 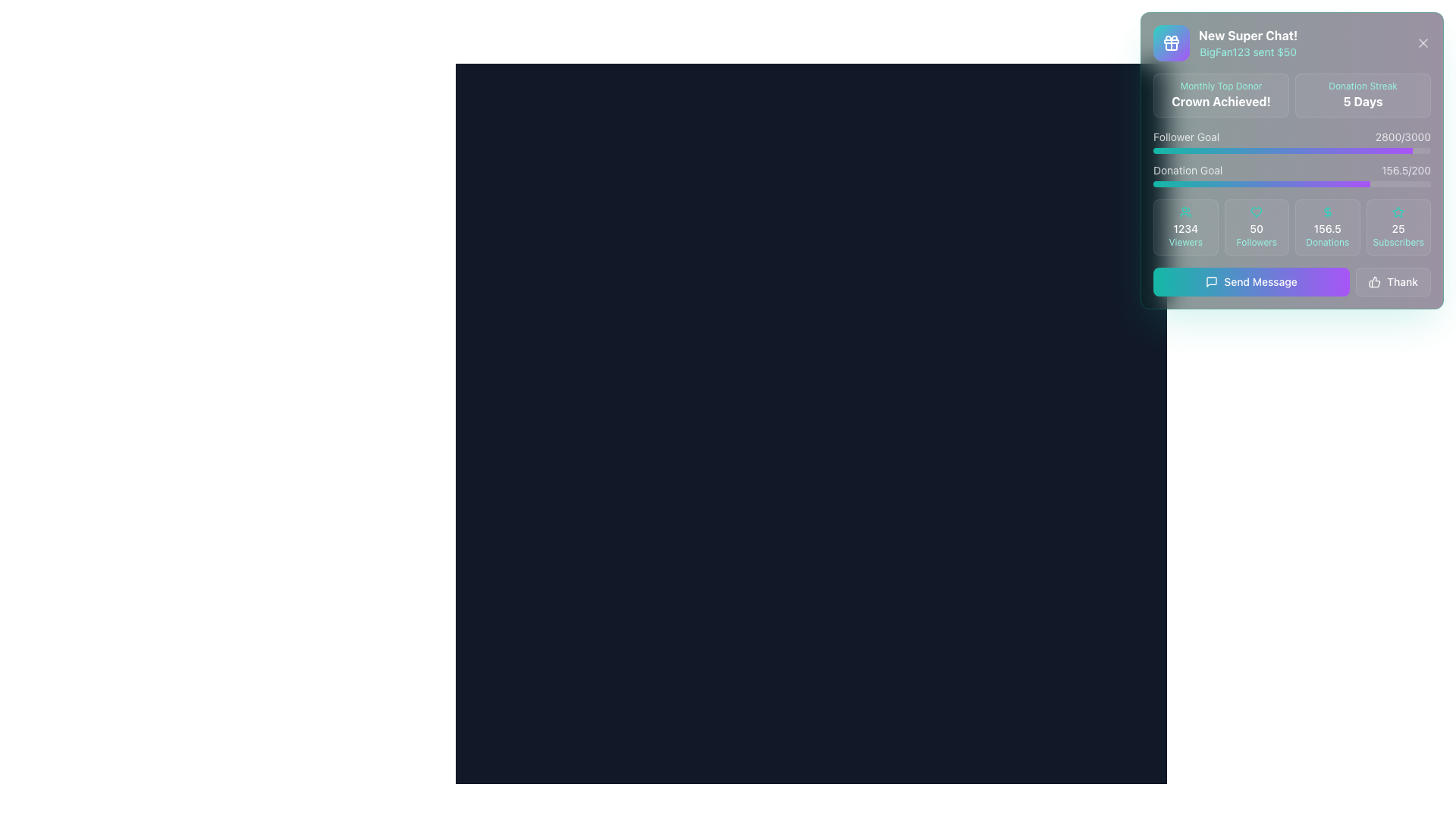 What do you see at coordinates (1393, 281) in the screenshot?
I see `the second button from the right, which is positioned adjacent to the 'Send Message' button at the bottom-right corner of the card, to express appreciation` at bounding box center [1393, 281].